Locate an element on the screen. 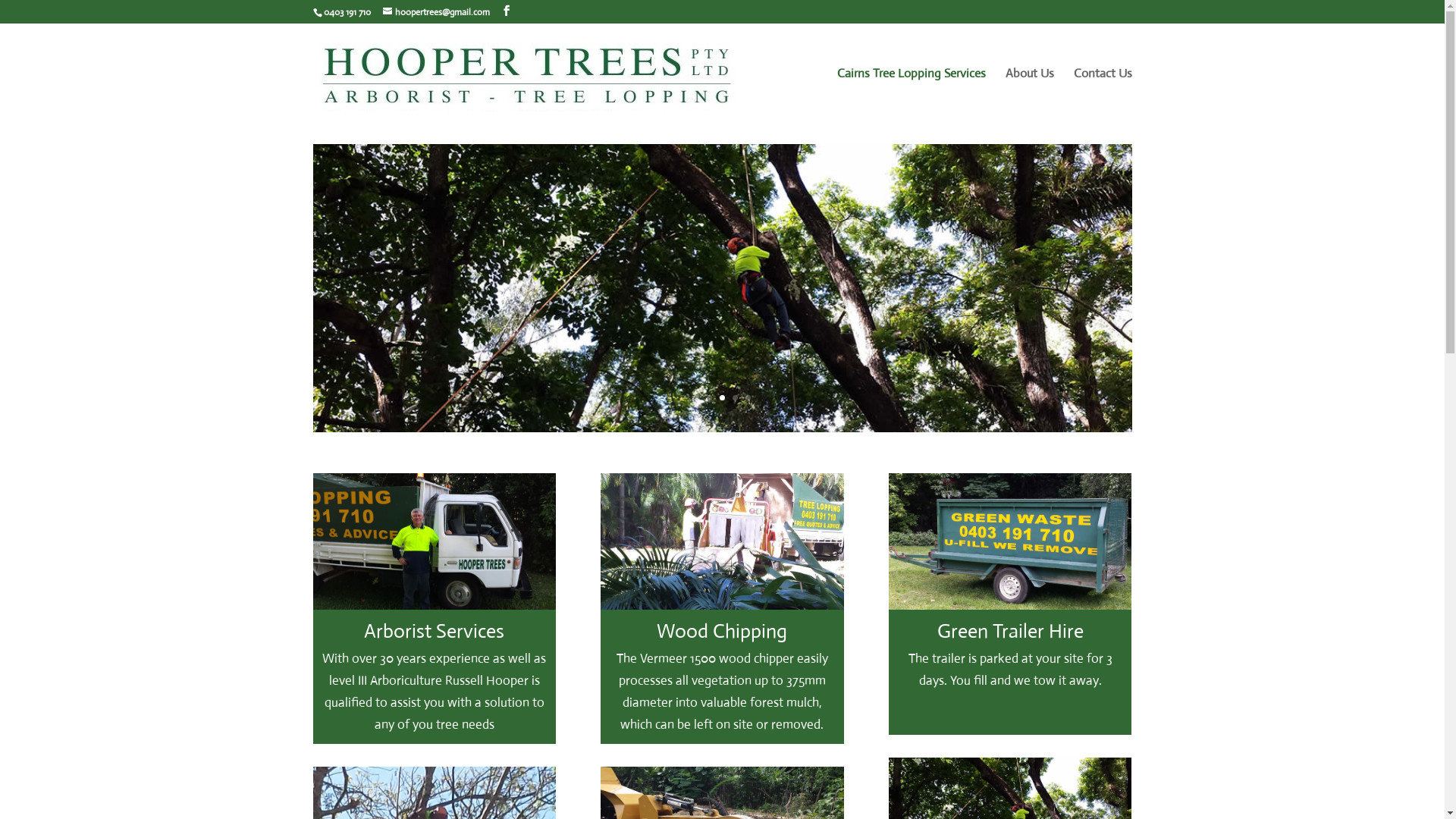  'About Us' is located at coordinates (1030, 96).